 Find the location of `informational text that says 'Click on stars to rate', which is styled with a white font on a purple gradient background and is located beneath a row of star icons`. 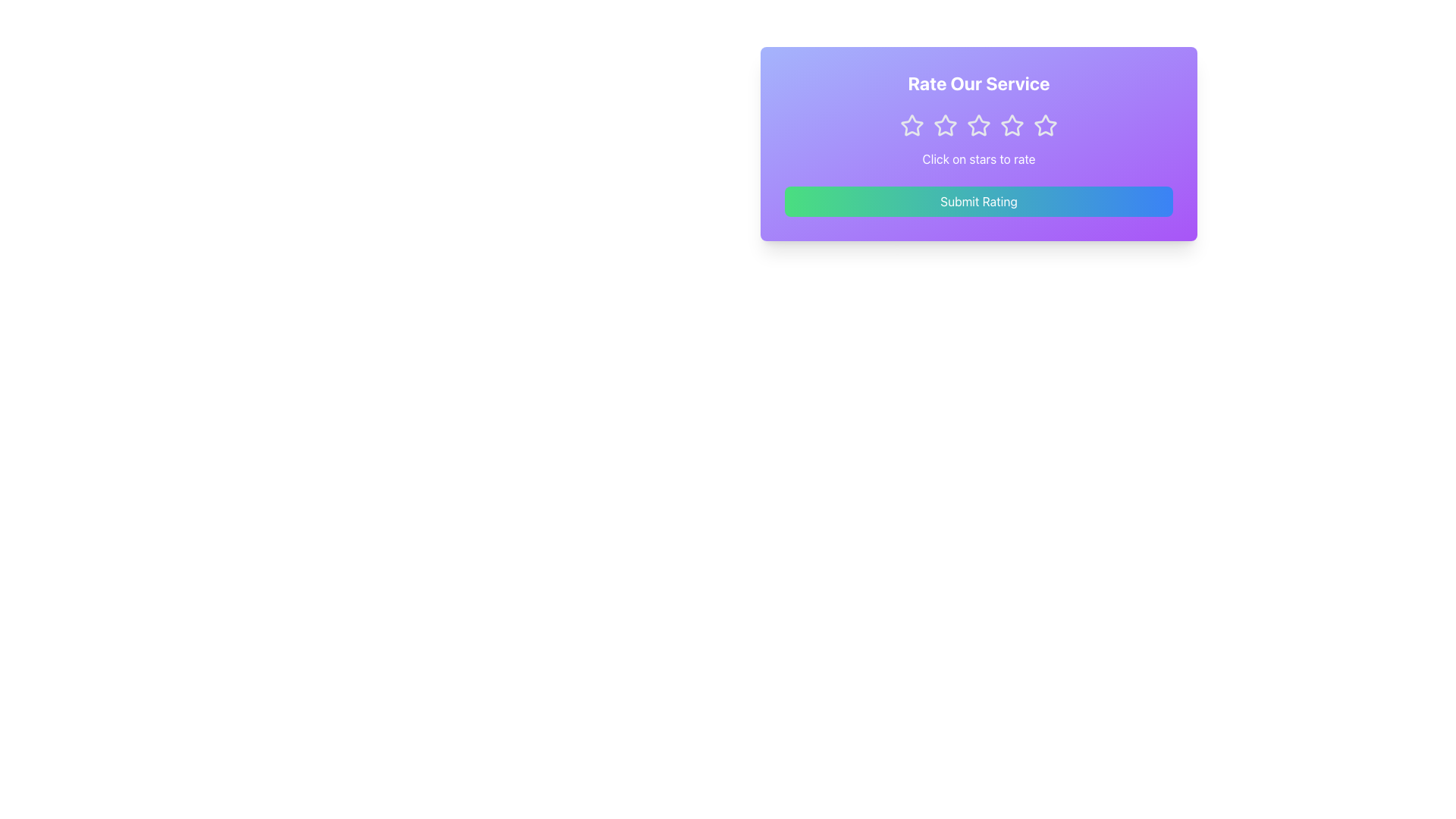

informational text that says 'Click on stars to rate', which is styled with a white font on a purple gradient background and is located beneath a row of star icons is located at coordinates (979, 158).